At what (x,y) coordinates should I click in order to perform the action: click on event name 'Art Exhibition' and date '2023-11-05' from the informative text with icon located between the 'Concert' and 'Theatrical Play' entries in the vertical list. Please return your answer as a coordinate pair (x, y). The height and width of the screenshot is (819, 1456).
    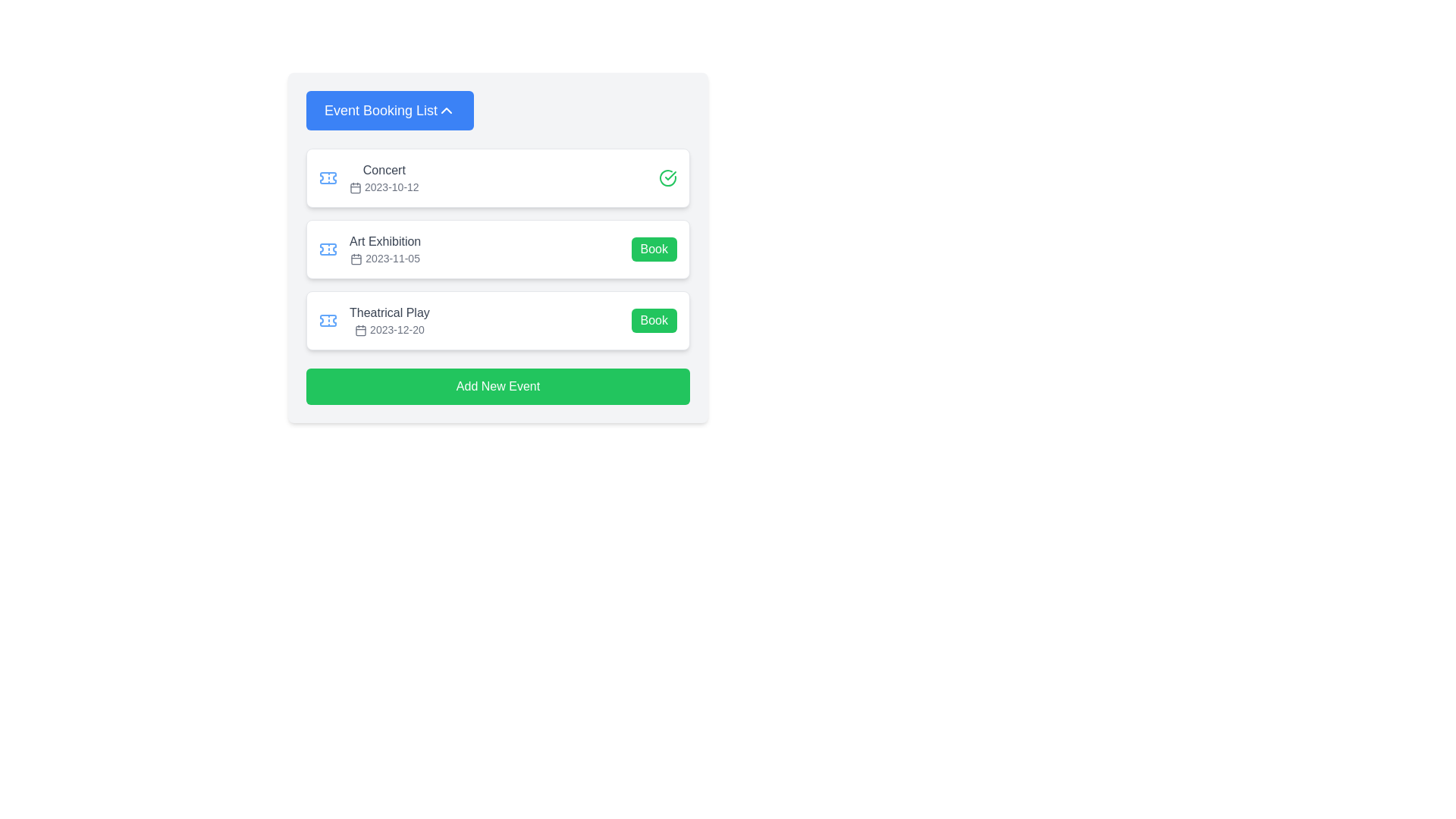
    Looking at the image, I should click on (370, 248).